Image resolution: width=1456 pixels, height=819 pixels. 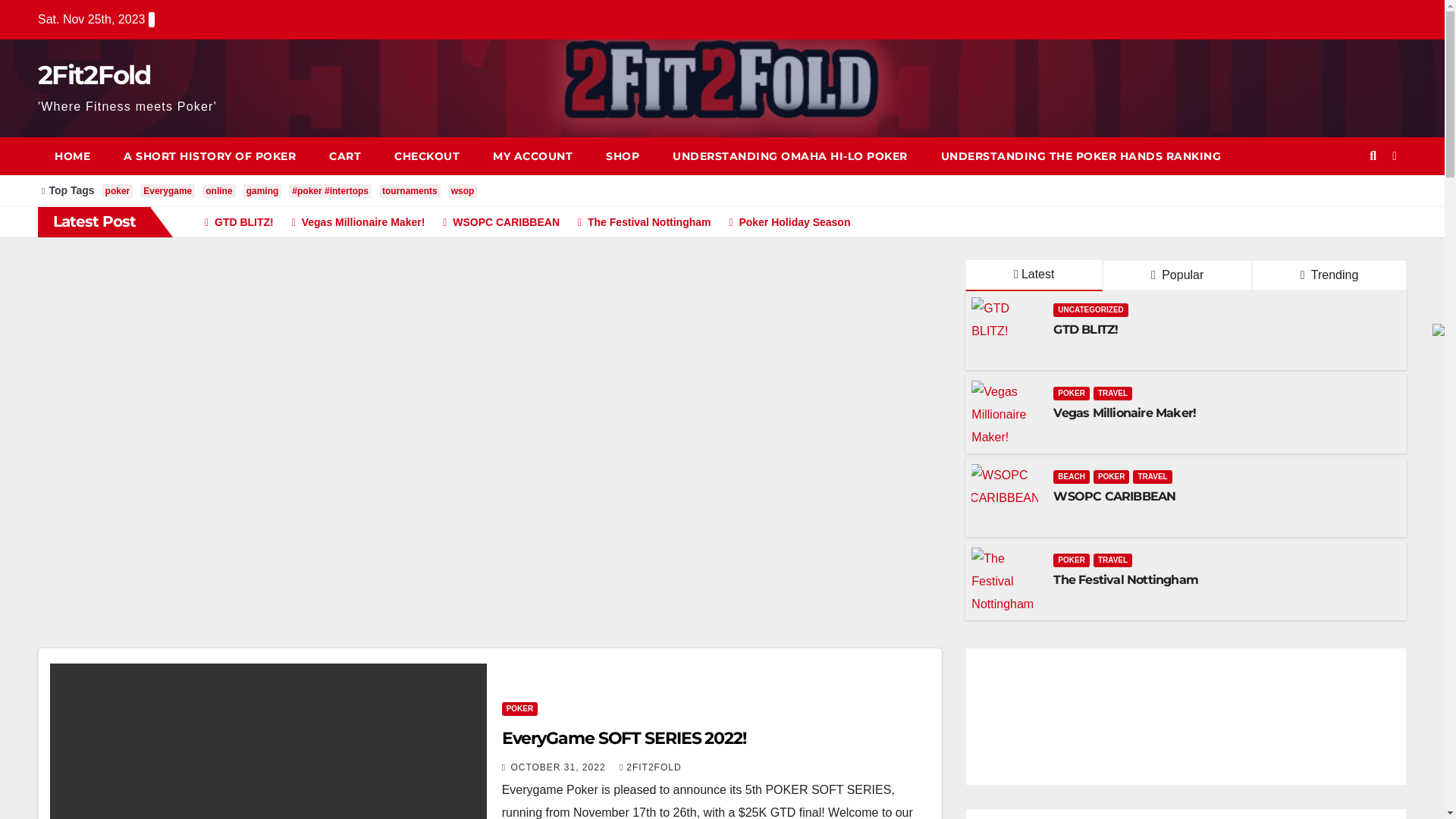 What do you see at coordinates (622, 155) in the screenshot?
I see `'SHOP'` at bounding box center [622, 155].